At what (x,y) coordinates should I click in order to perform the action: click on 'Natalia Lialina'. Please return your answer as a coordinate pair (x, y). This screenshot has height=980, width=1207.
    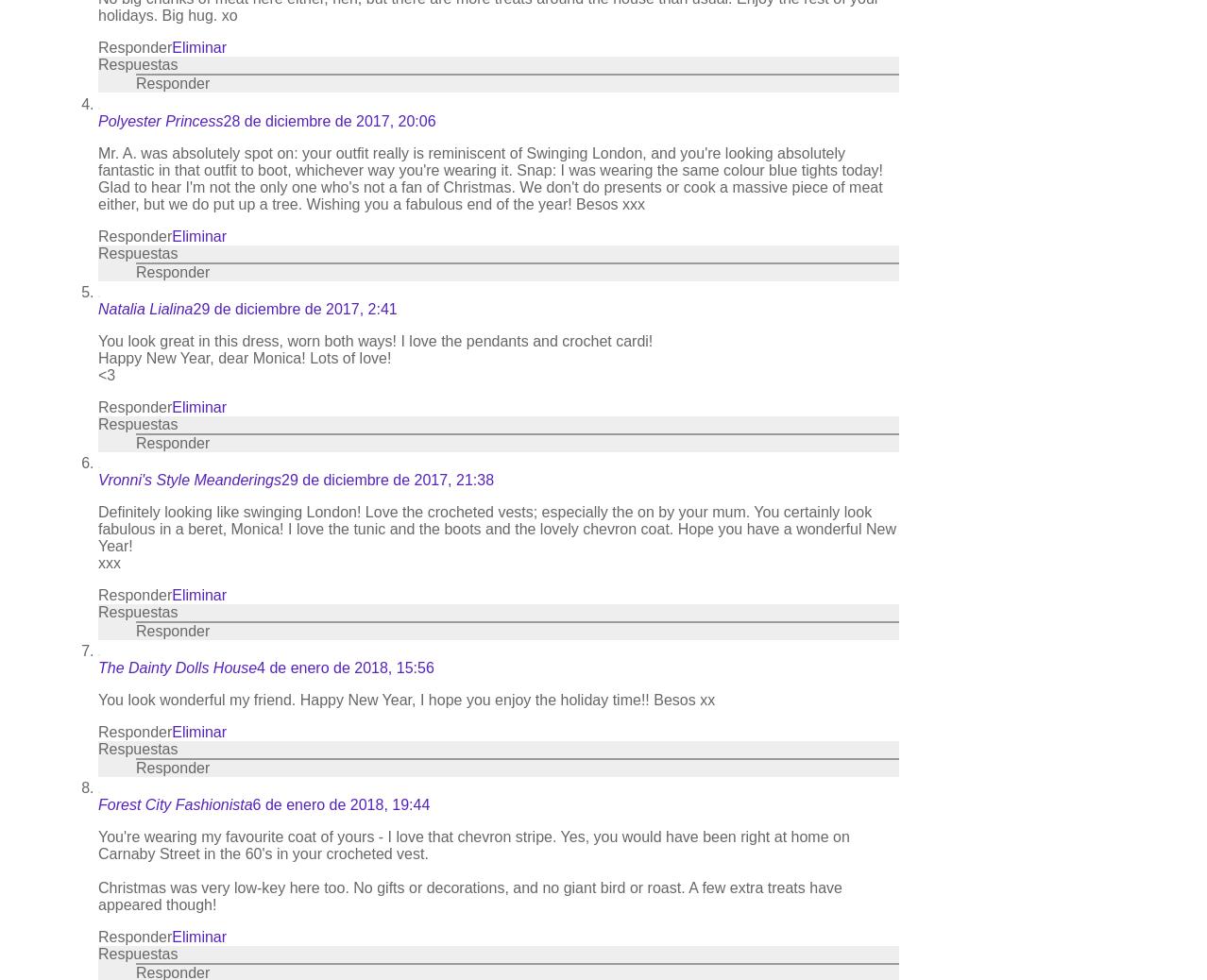
    Looking at the image, I should click on (144, 308).